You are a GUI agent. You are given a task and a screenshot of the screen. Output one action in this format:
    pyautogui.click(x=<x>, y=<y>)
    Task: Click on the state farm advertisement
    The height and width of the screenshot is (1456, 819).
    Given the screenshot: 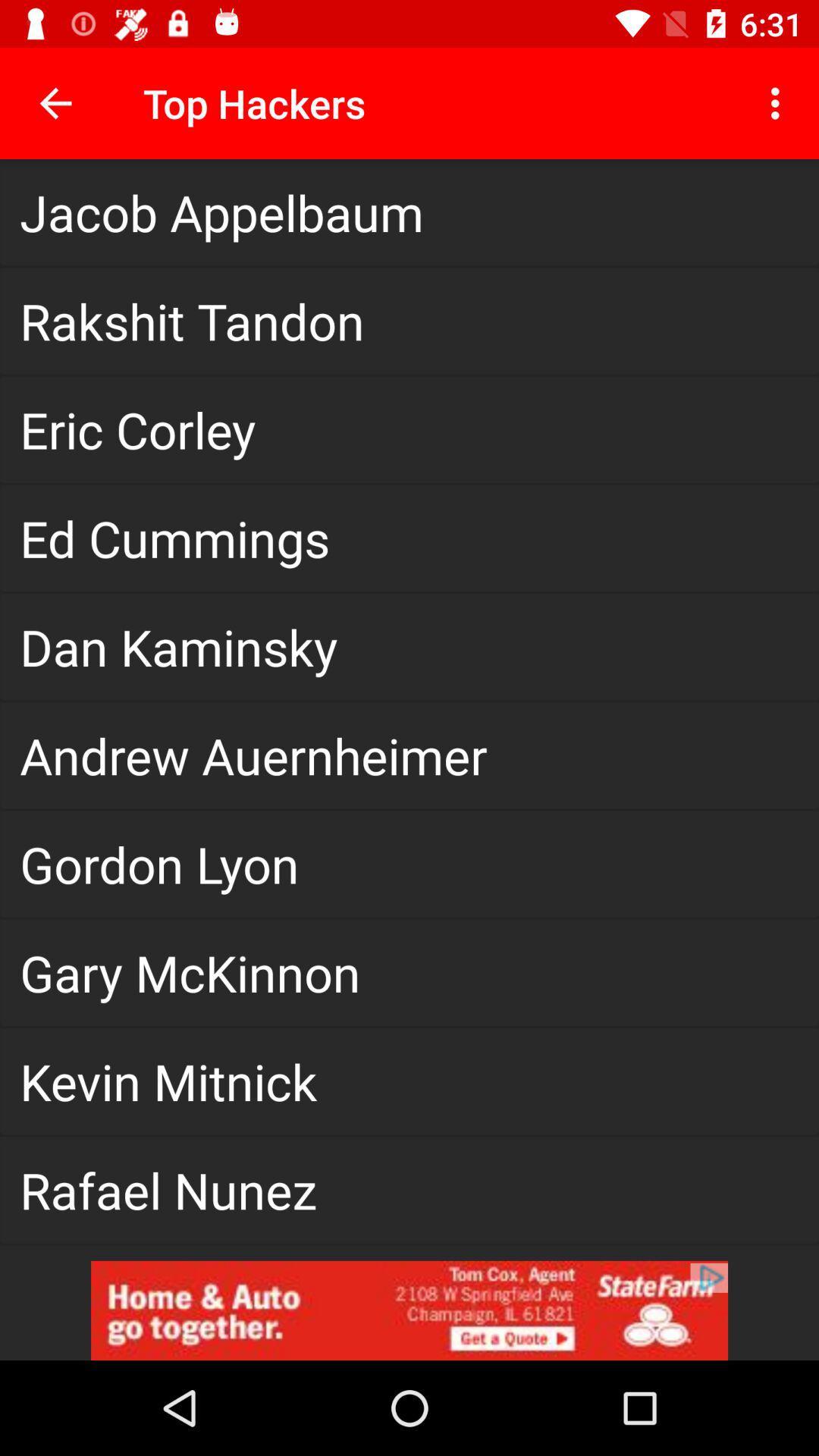 What is the action you would take?
    pyautogui.click(x=409, y=1310)
    